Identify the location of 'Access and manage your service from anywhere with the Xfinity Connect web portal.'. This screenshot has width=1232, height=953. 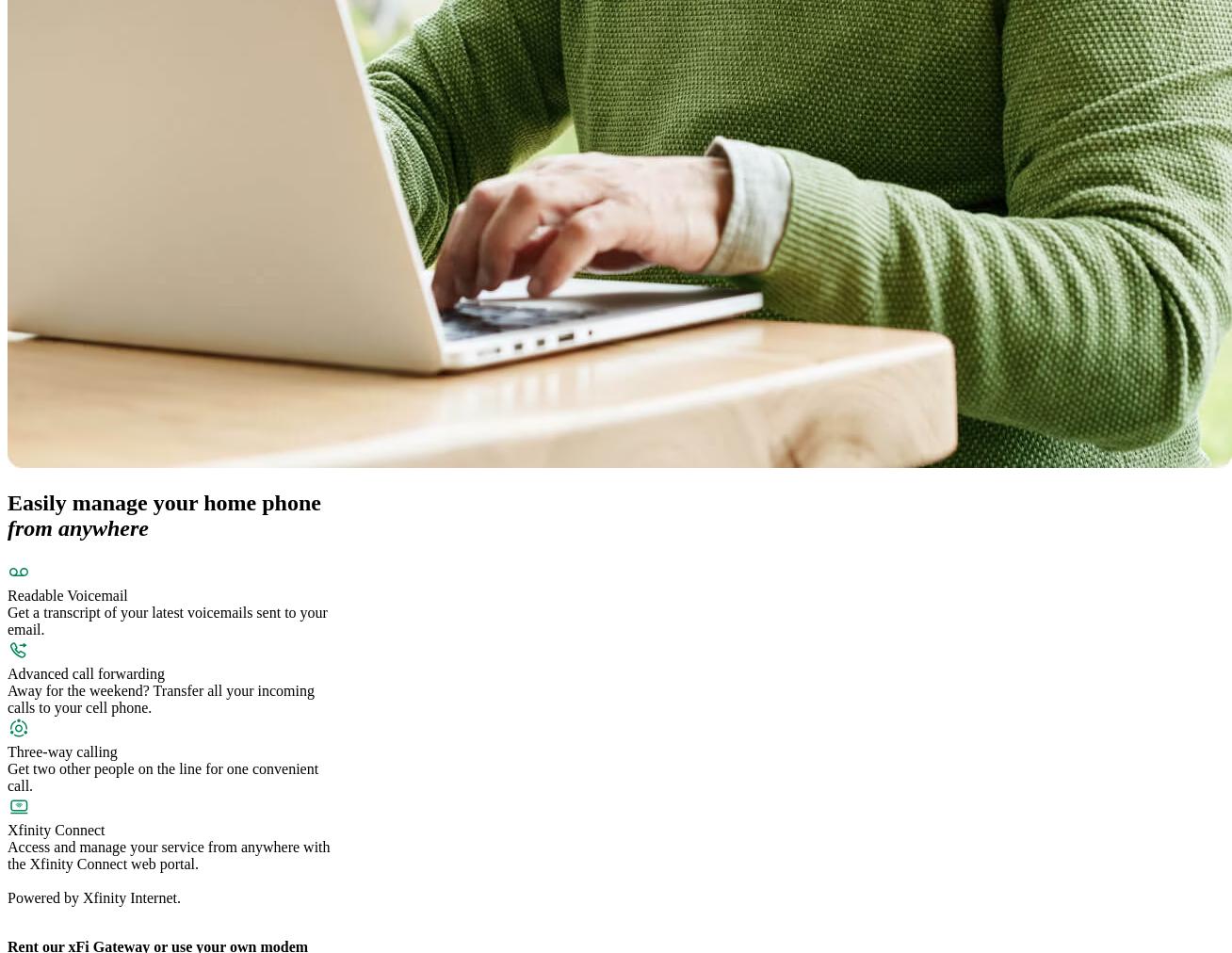
(169, 855).